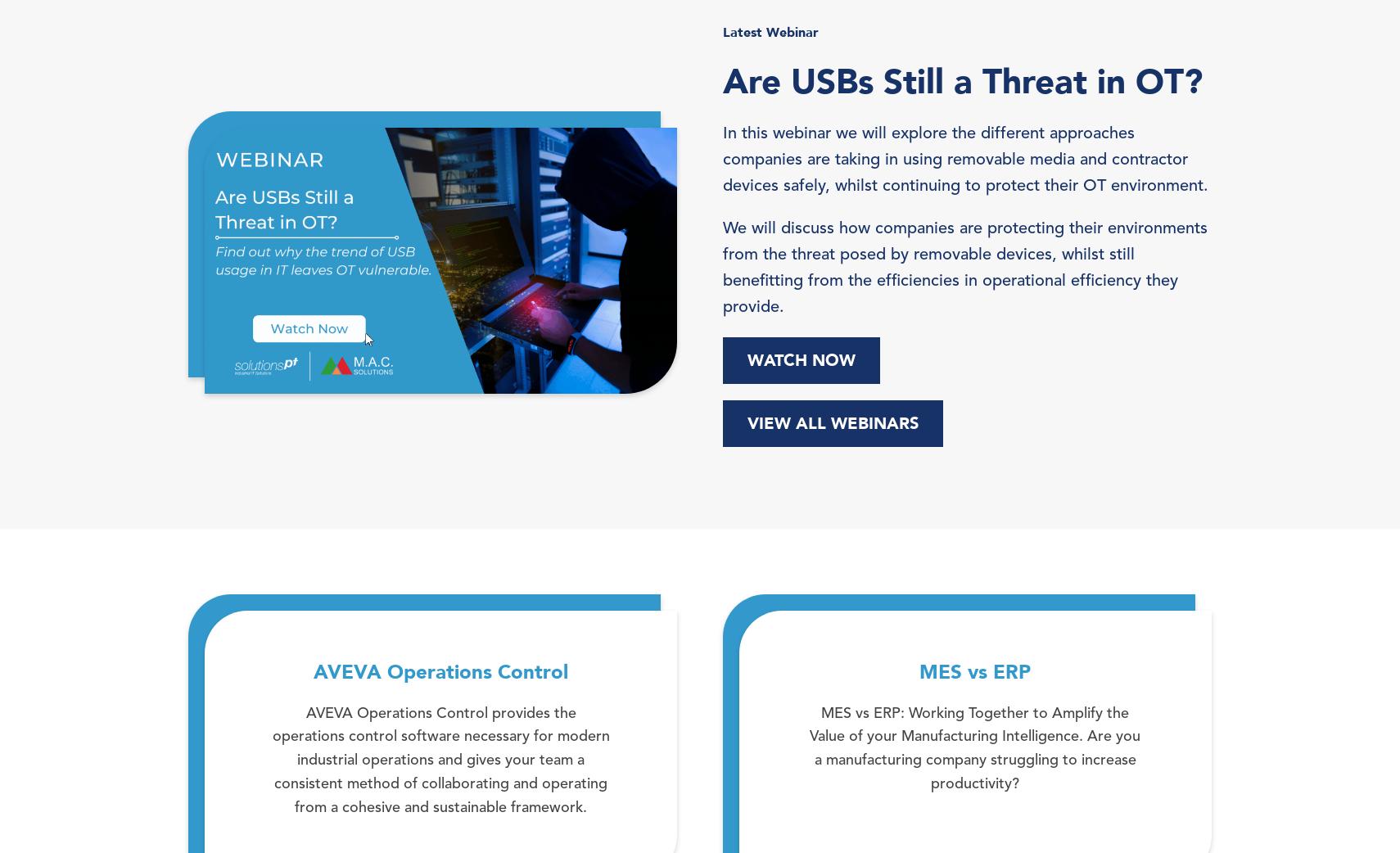 Image resolution: width=1400 pixels, height=853 pixels. I want to click on 'We will discuss how companies are protecting their environments from the threat posed by removable devices, whilst still benefitting from the efficiencies in operational efficiency they provide.', so click(964, 269).